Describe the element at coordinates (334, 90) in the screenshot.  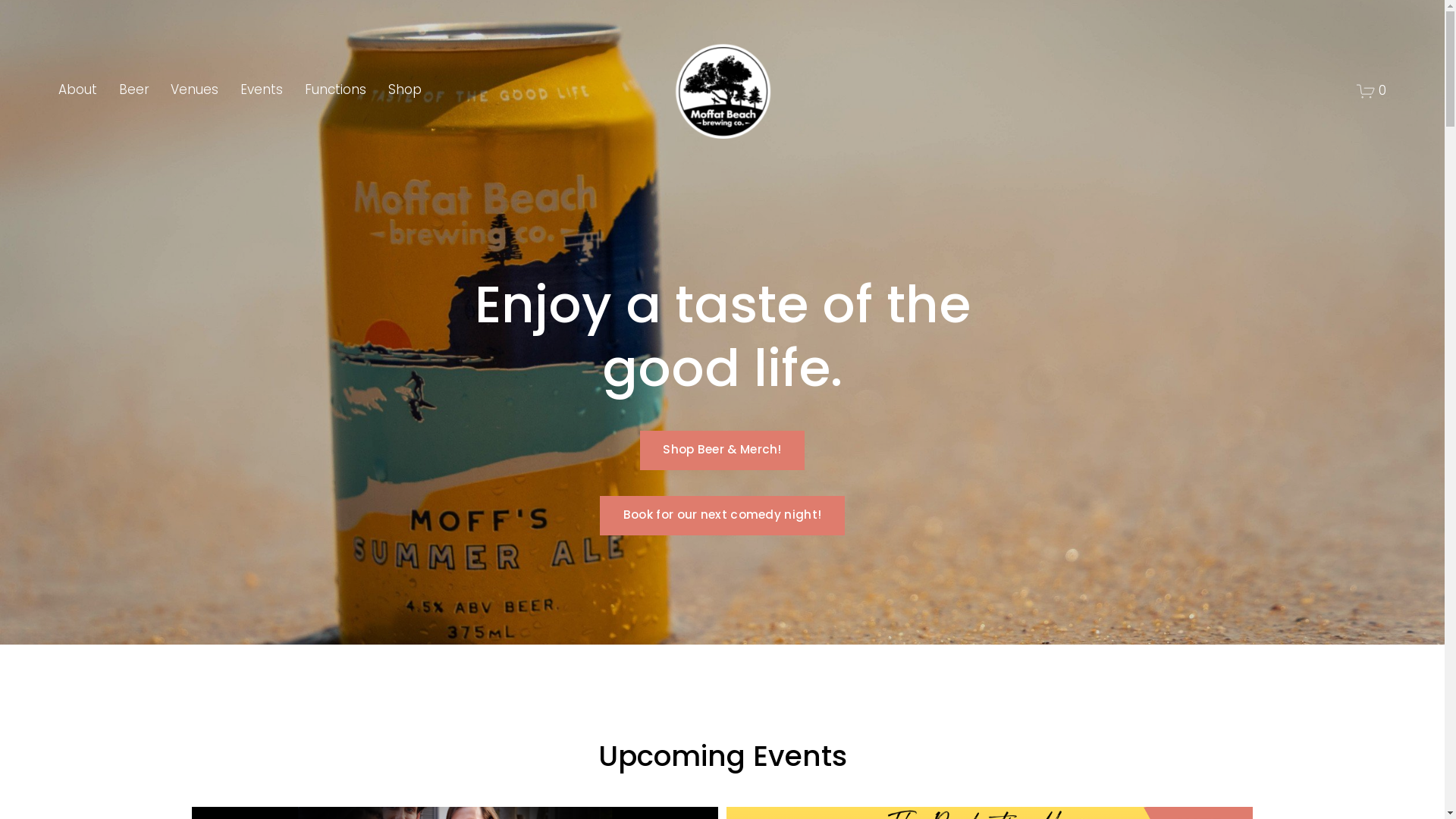
I see `'Functions'` at that location.